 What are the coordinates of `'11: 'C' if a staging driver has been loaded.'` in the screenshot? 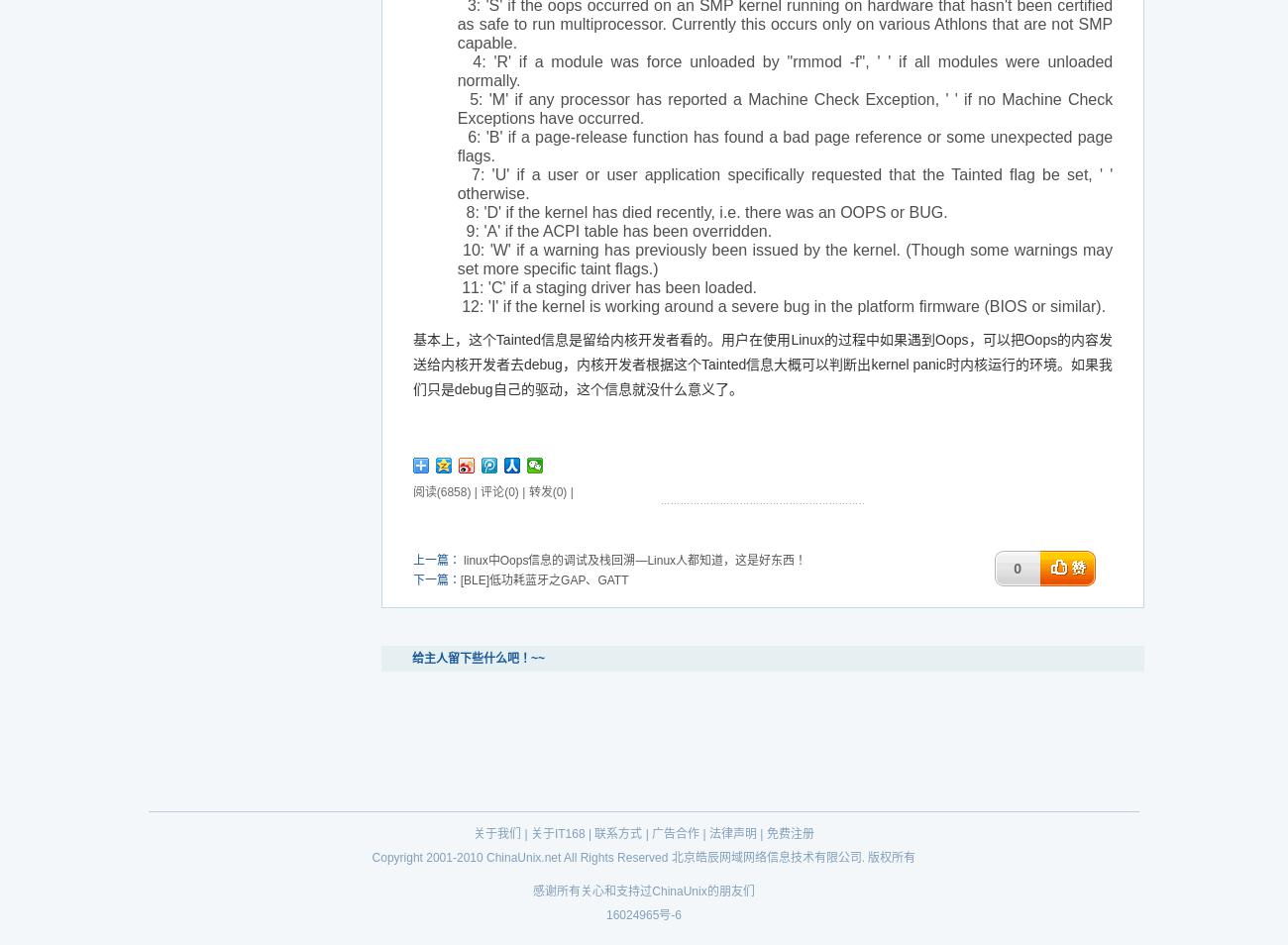 It's located at (606, 287).